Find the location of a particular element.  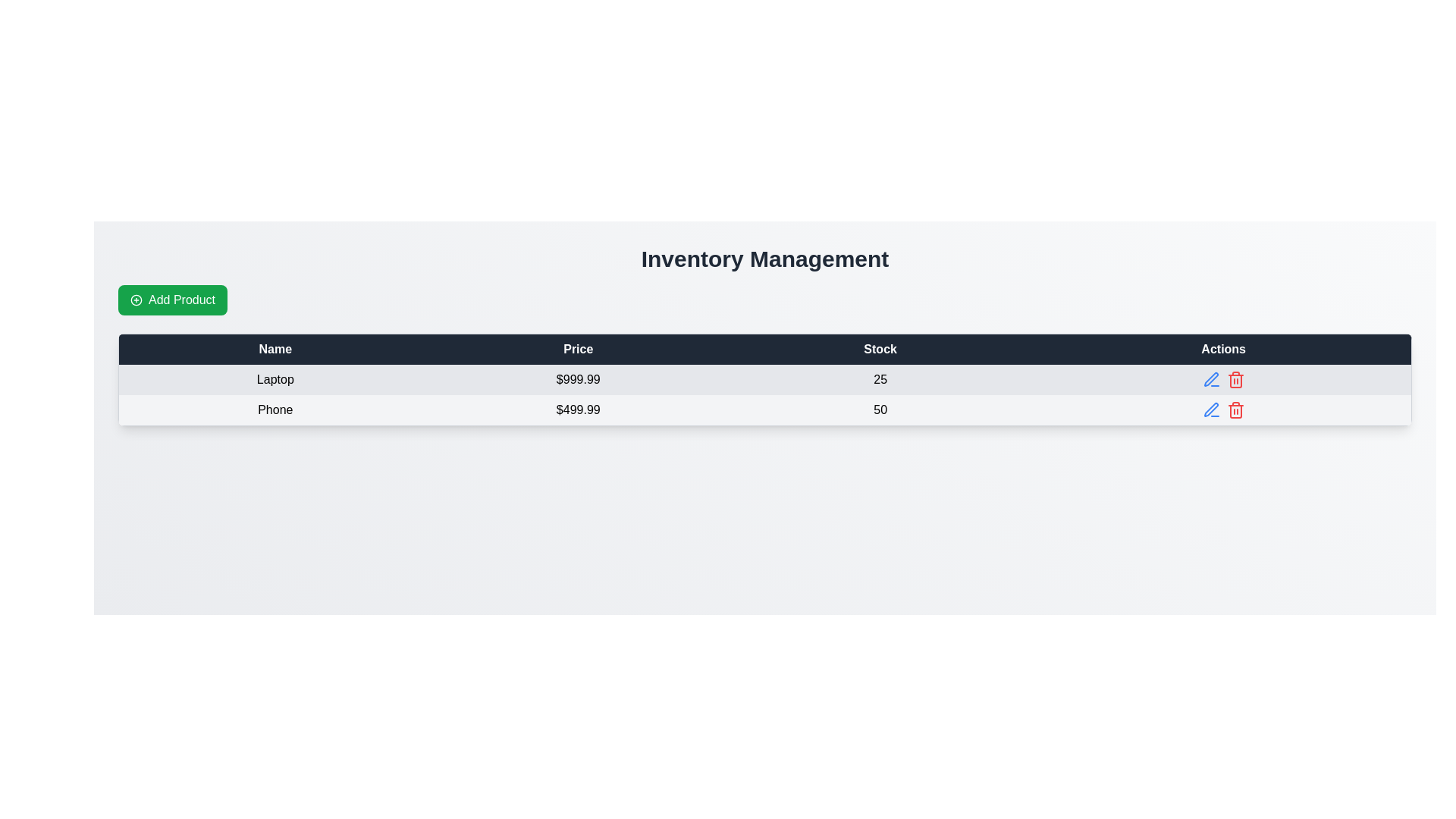

the table header cell labeled 'Actions' which is styled in bold, white font on a dark blue background, located on the far-right side of the table header row is located at coordinates (1223, 349).